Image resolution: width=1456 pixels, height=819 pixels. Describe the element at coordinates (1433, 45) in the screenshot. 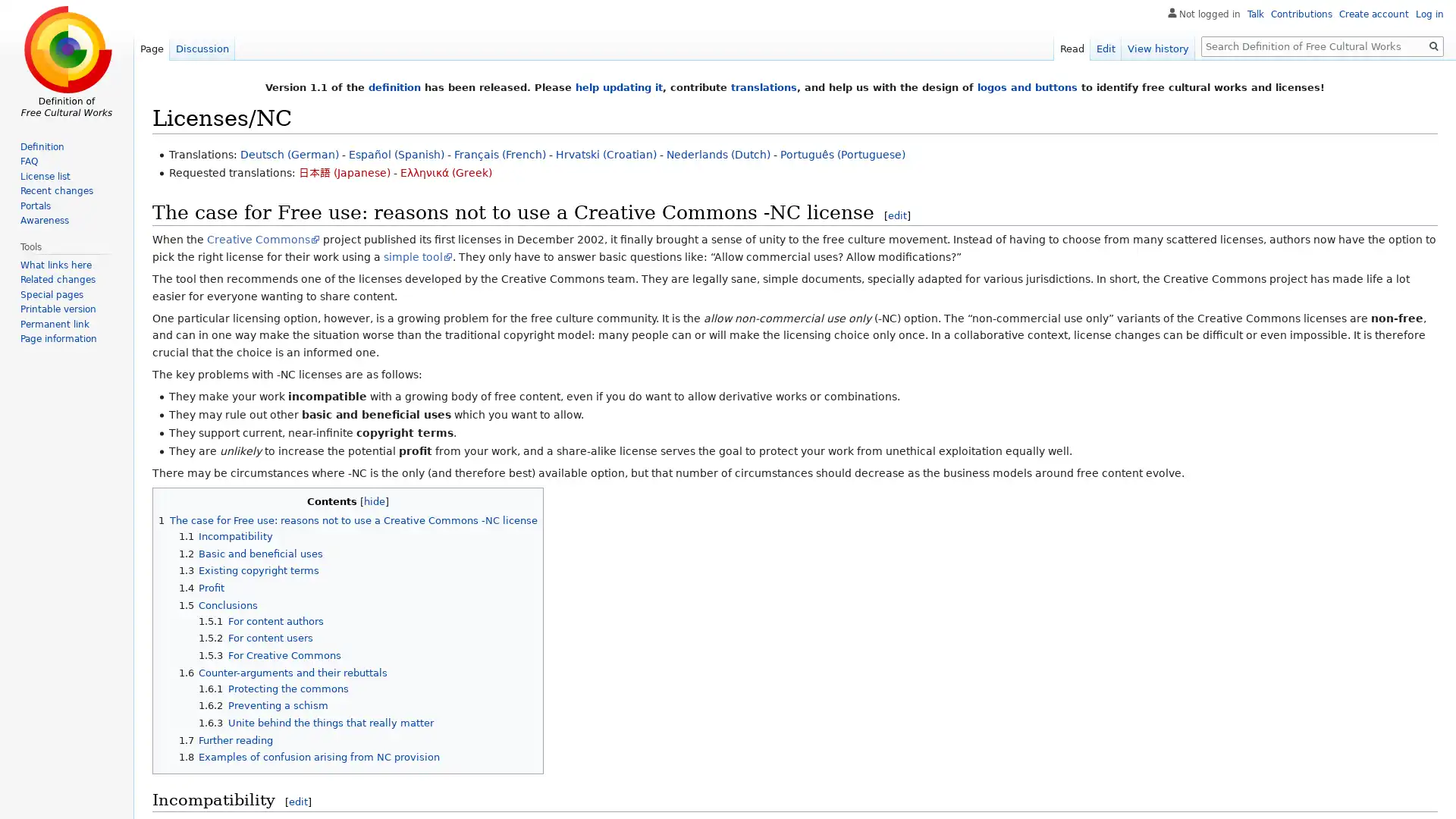

I see `Go` at that location.